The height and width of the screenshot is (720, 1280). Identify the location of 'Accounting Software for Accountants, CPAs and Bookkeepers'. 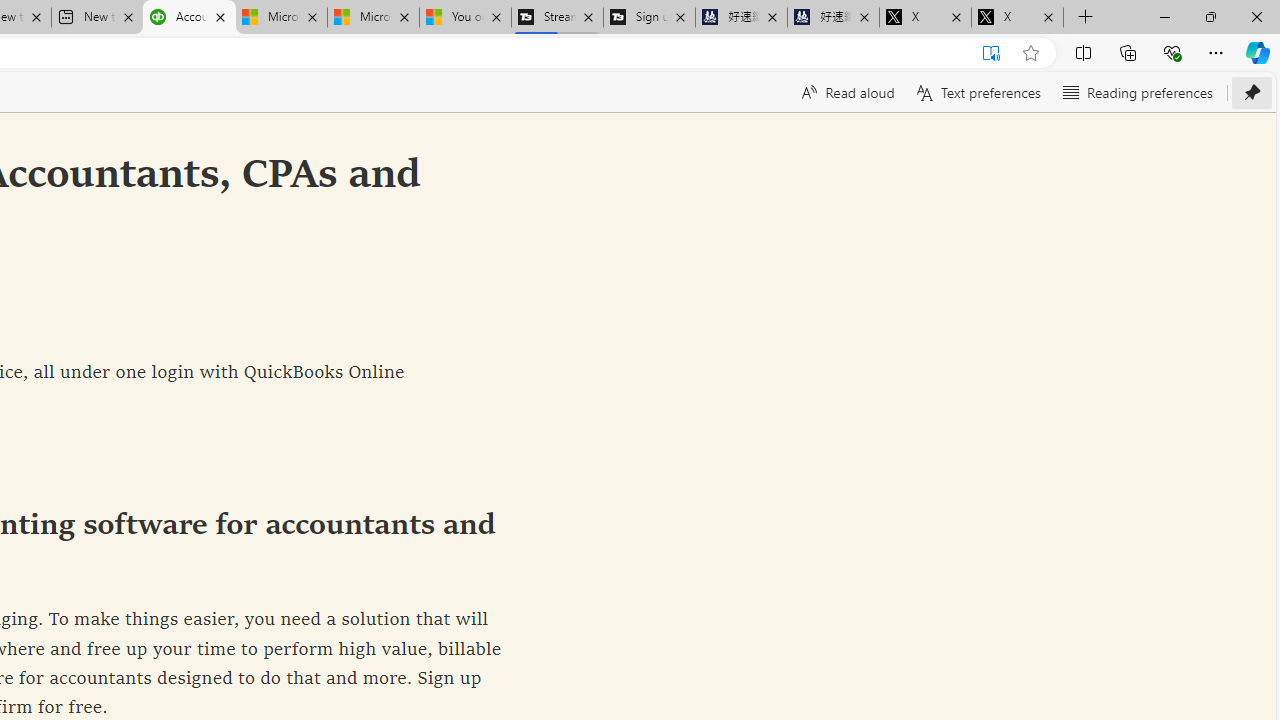
(189, 17).